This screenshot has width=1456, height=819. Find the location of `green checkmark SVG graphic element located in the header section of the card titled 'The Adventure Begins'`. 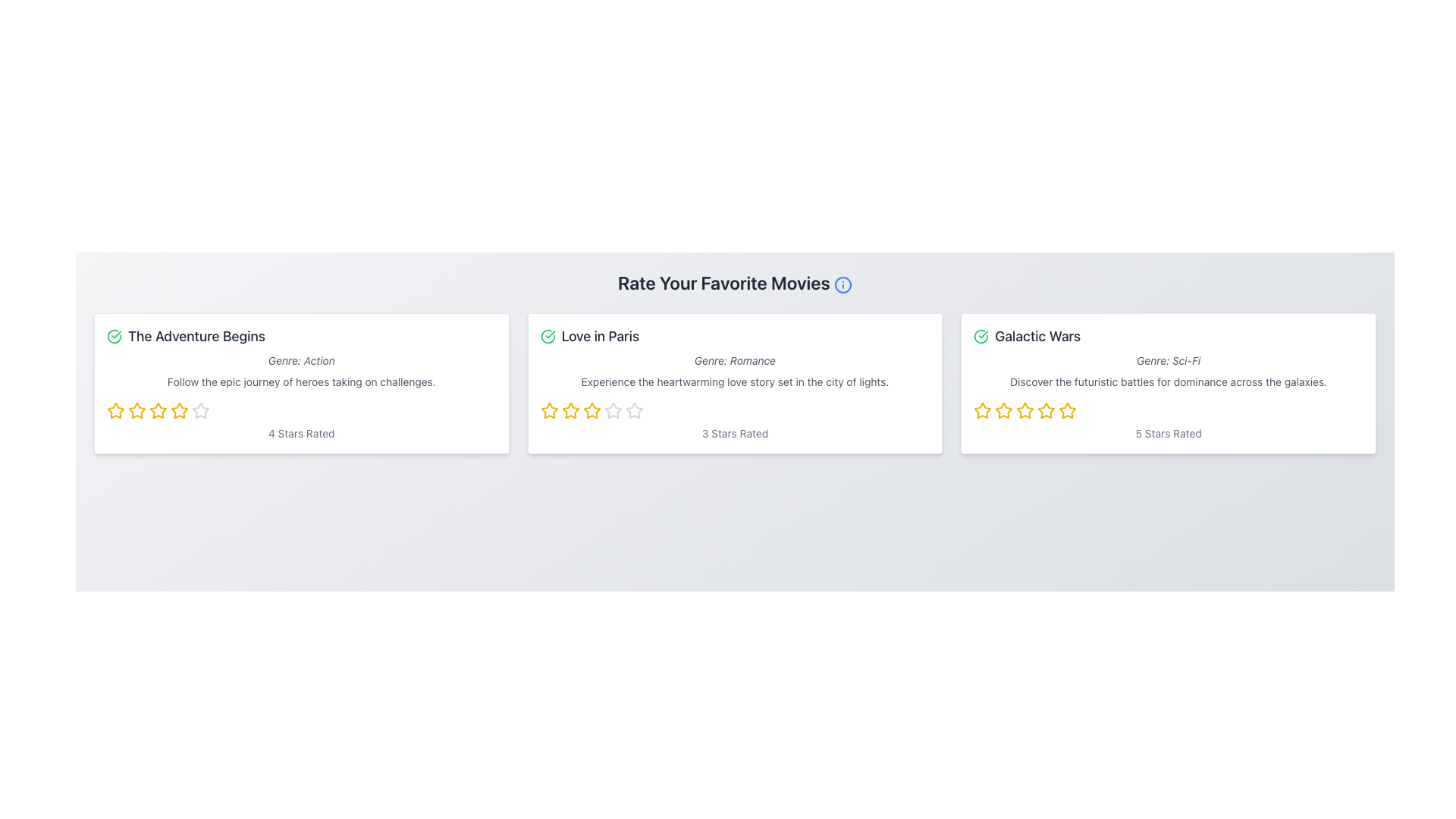

green checkmark SVG graphic element located in the header section of the card titled 'The Adventure Begins' is located at coordinates (113, 335).